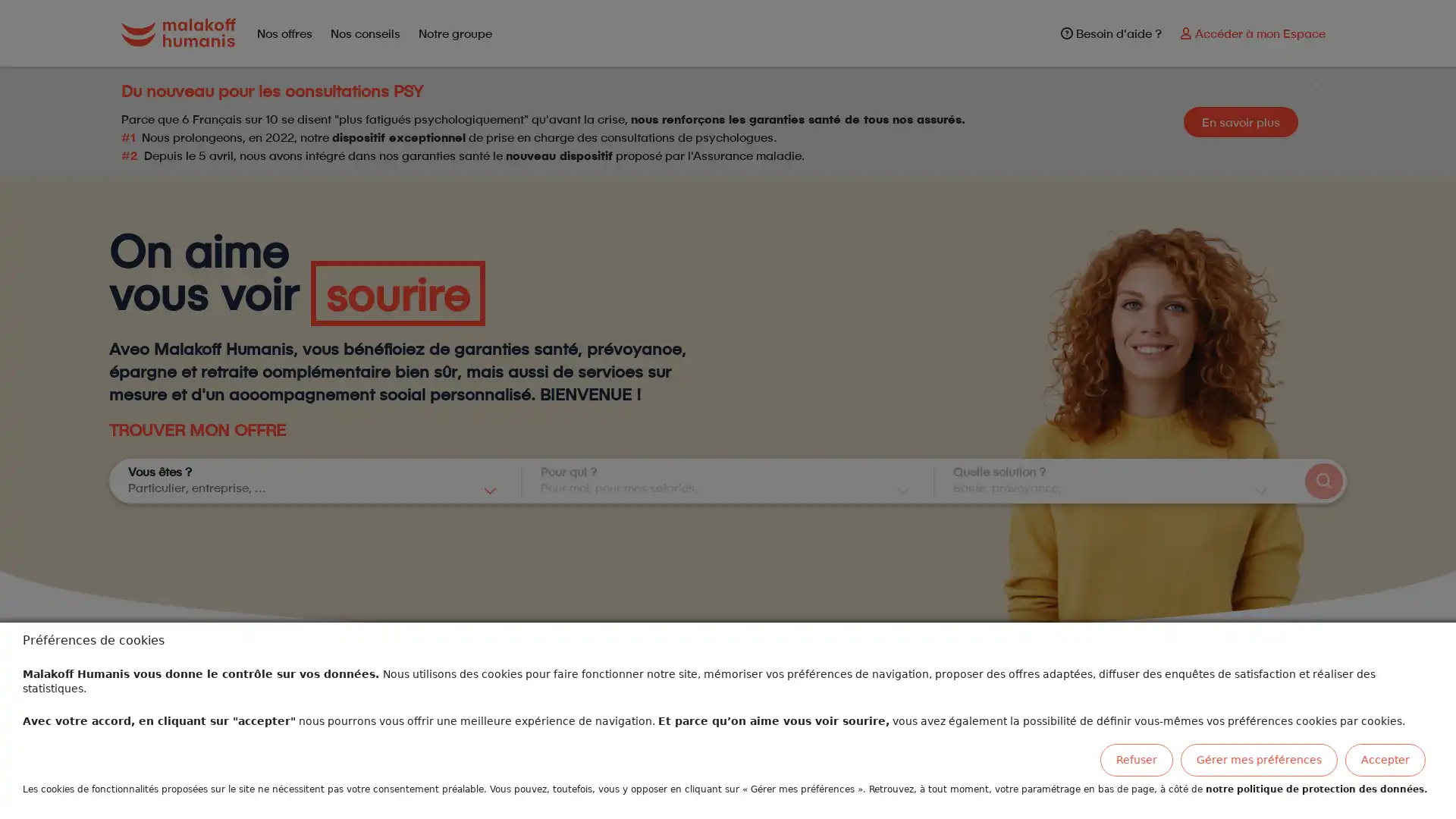 Image resolution: width=1456 pixels, height=819 pixels. I want to click on Notre groupe, so click(453, 33).